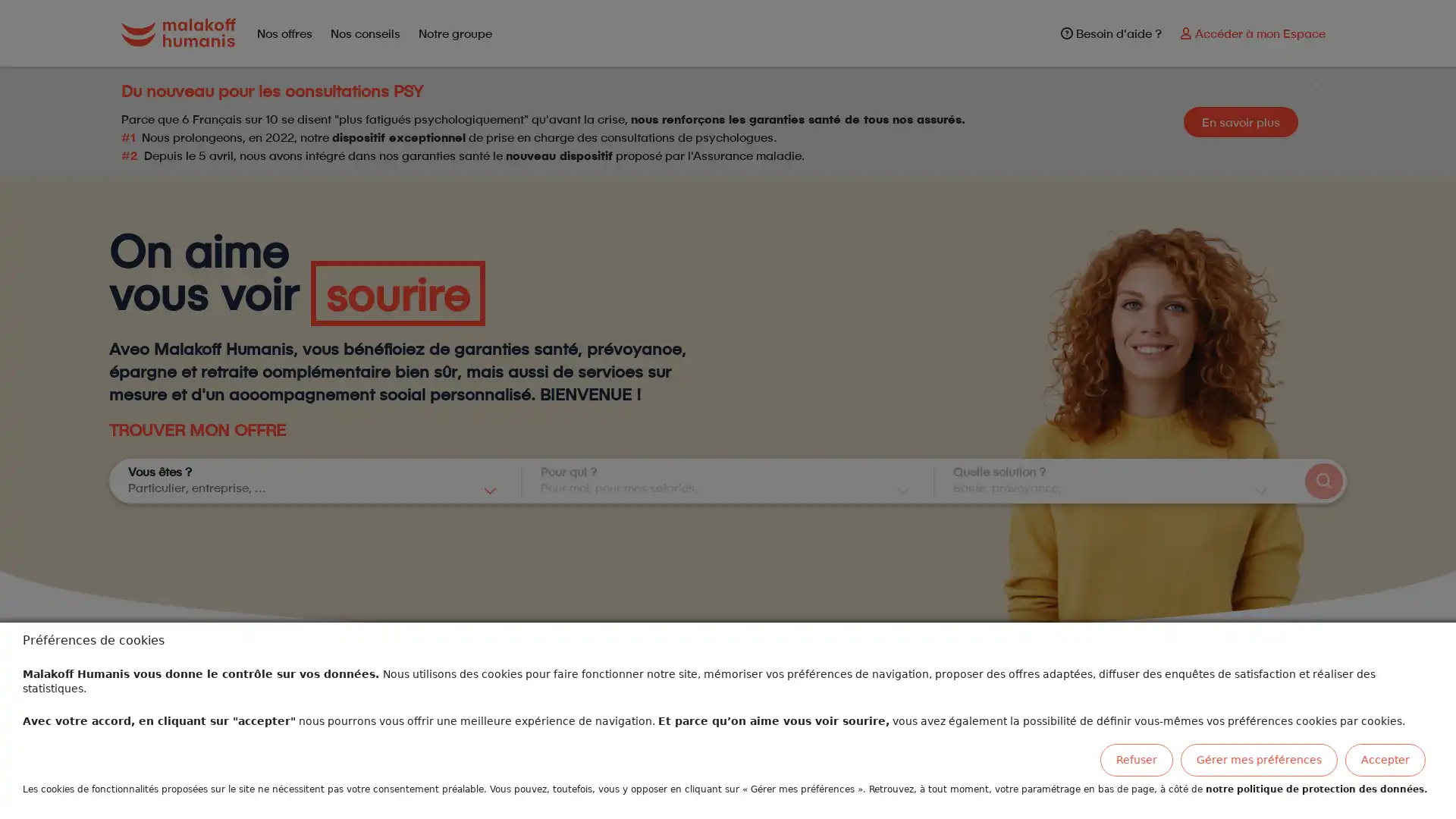 Image resolution: width=1456 pixels, height=819 pixels. I want to click on Notre groupe, so click(453, 33).